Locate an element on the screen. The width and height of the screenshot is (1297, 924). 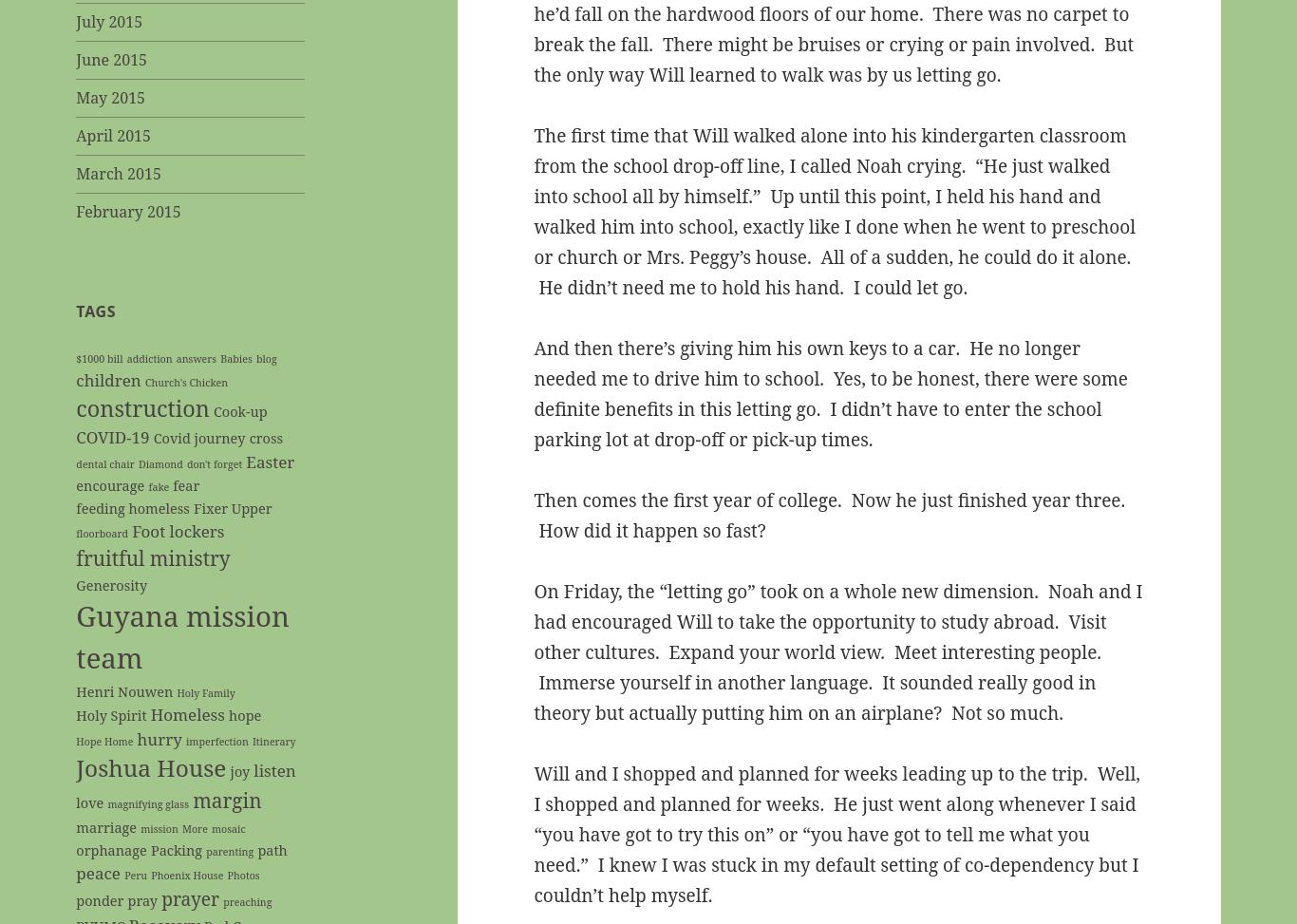
'Tags' is located at coordinates (95, 311).